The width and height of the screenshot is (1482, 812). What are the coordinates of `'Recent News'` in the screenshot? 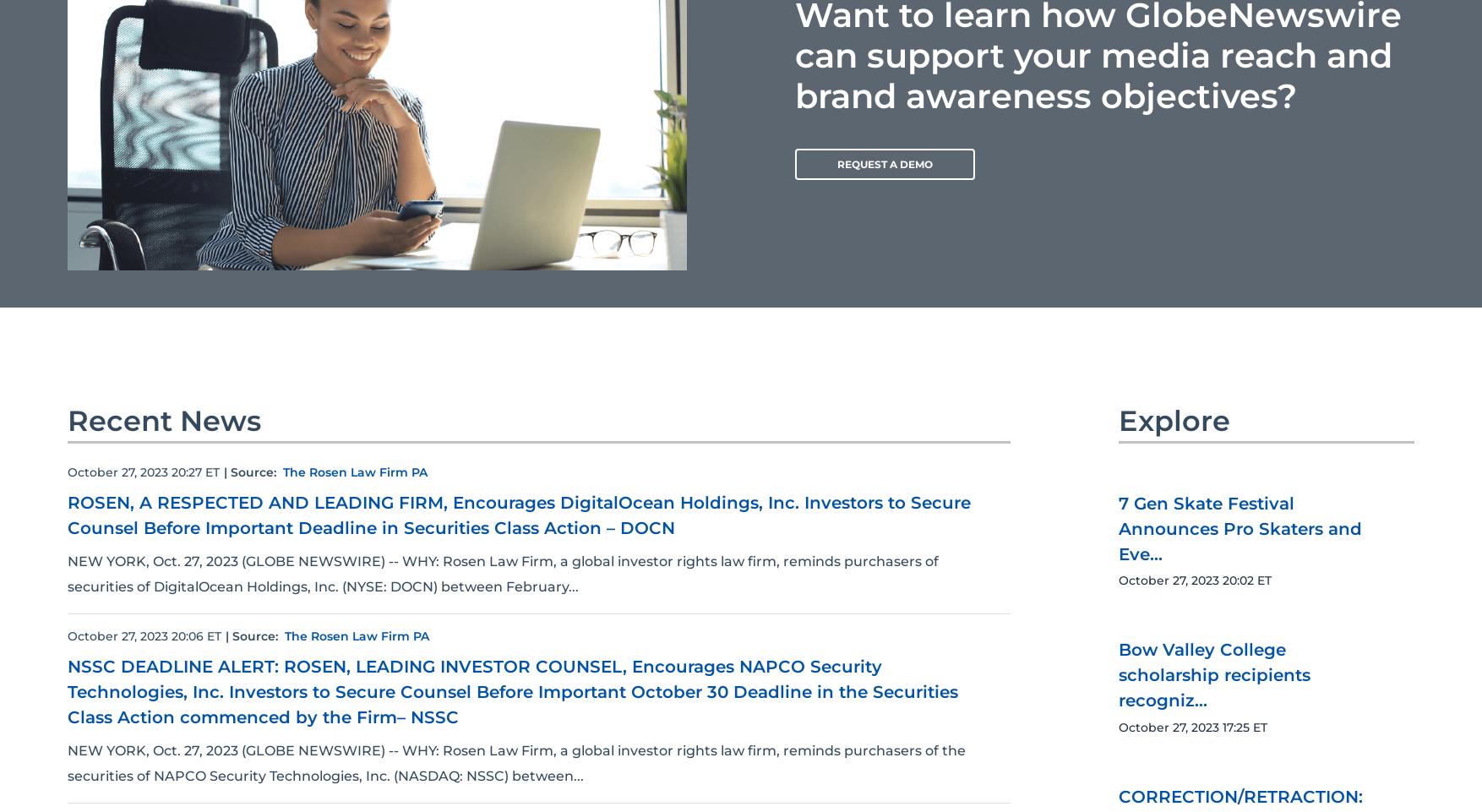 It's located at (164, 420).